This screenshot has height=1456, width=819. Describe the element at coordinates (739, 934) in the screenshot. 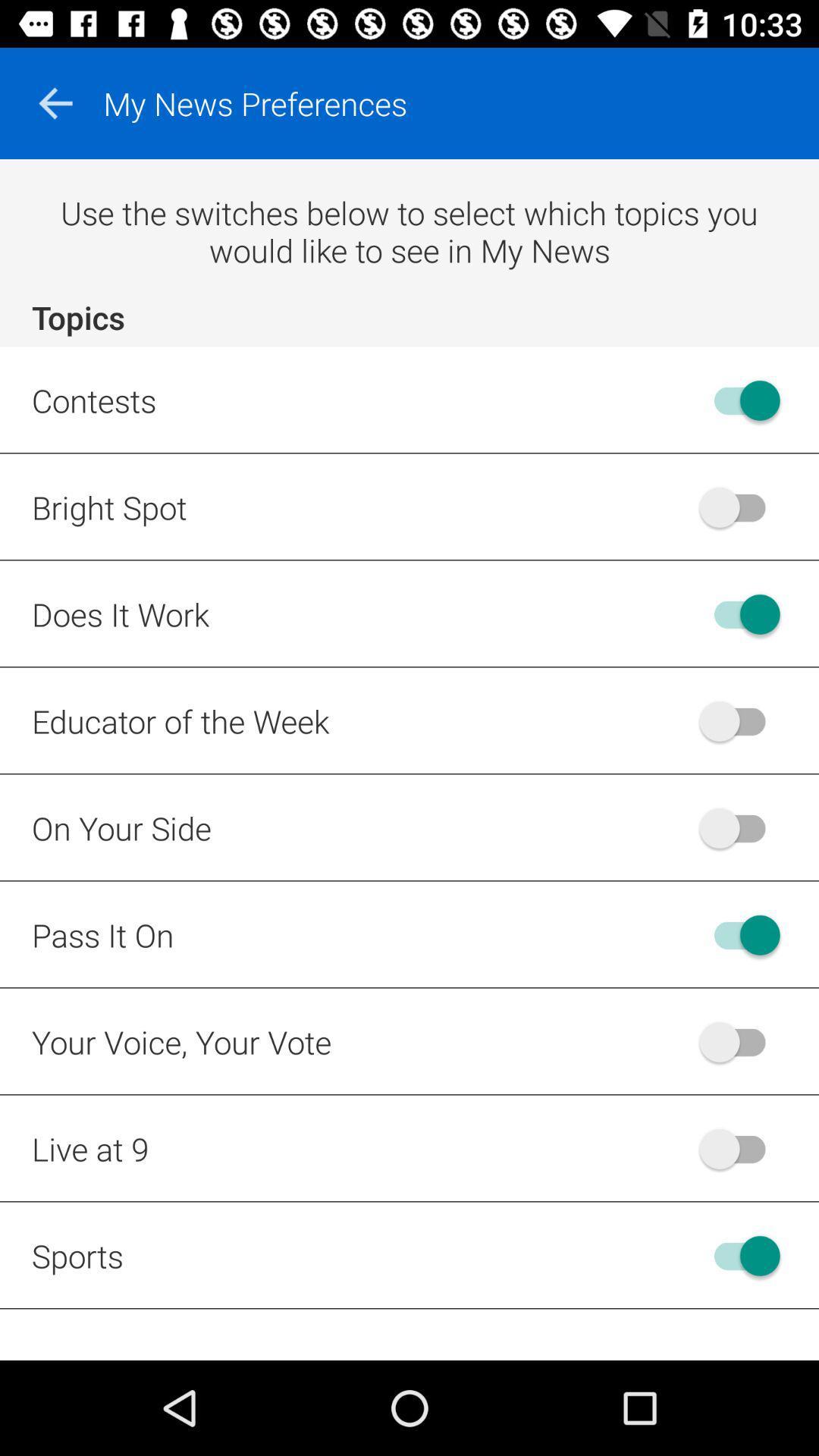

I see `pass it on` at that location.